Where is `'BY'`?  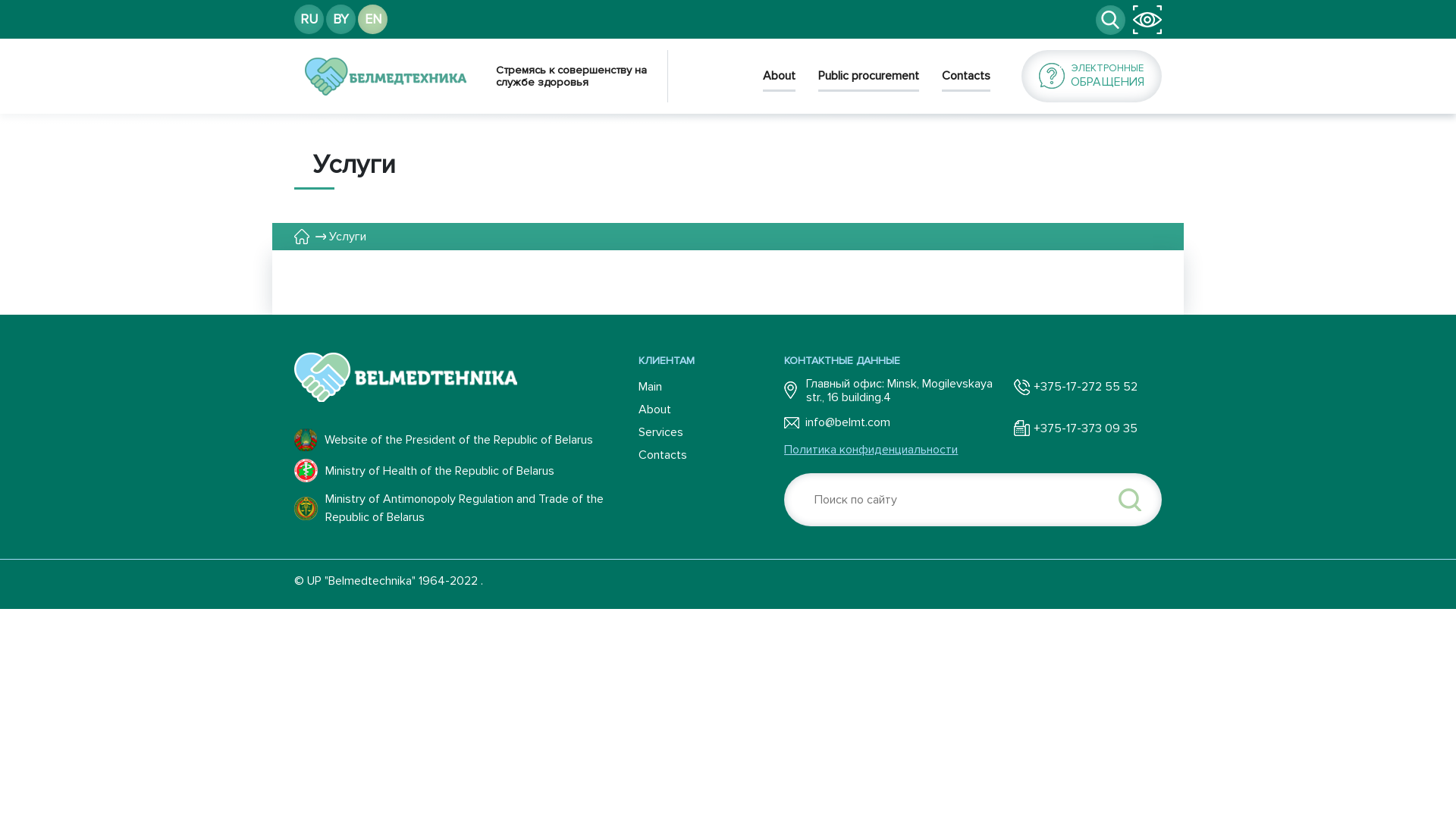 'BY' is located at coordinates (340, 19).